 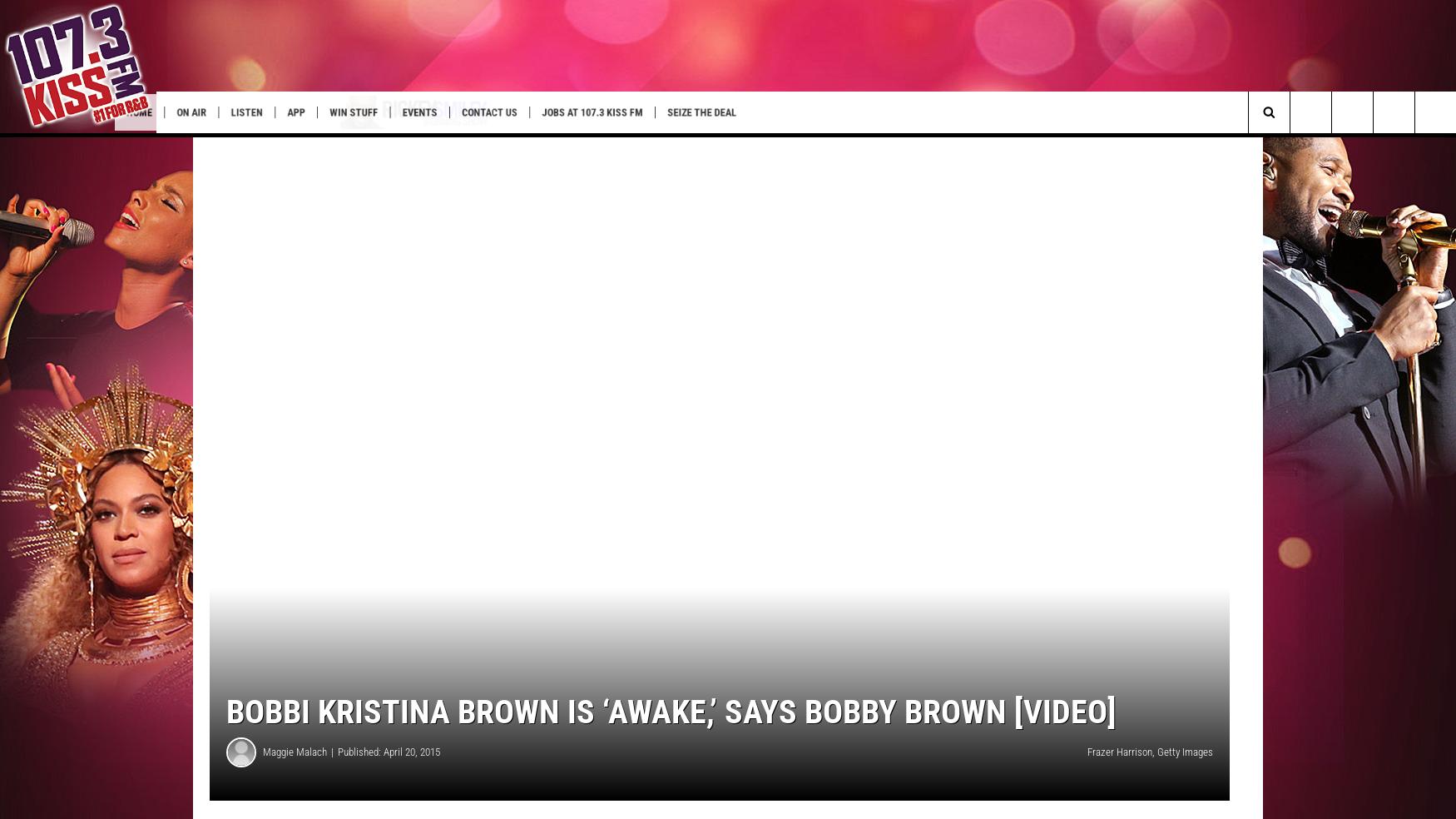 I want to click on 'ETX Fall Fairs & Fstvls', so click(x=144, y=146).